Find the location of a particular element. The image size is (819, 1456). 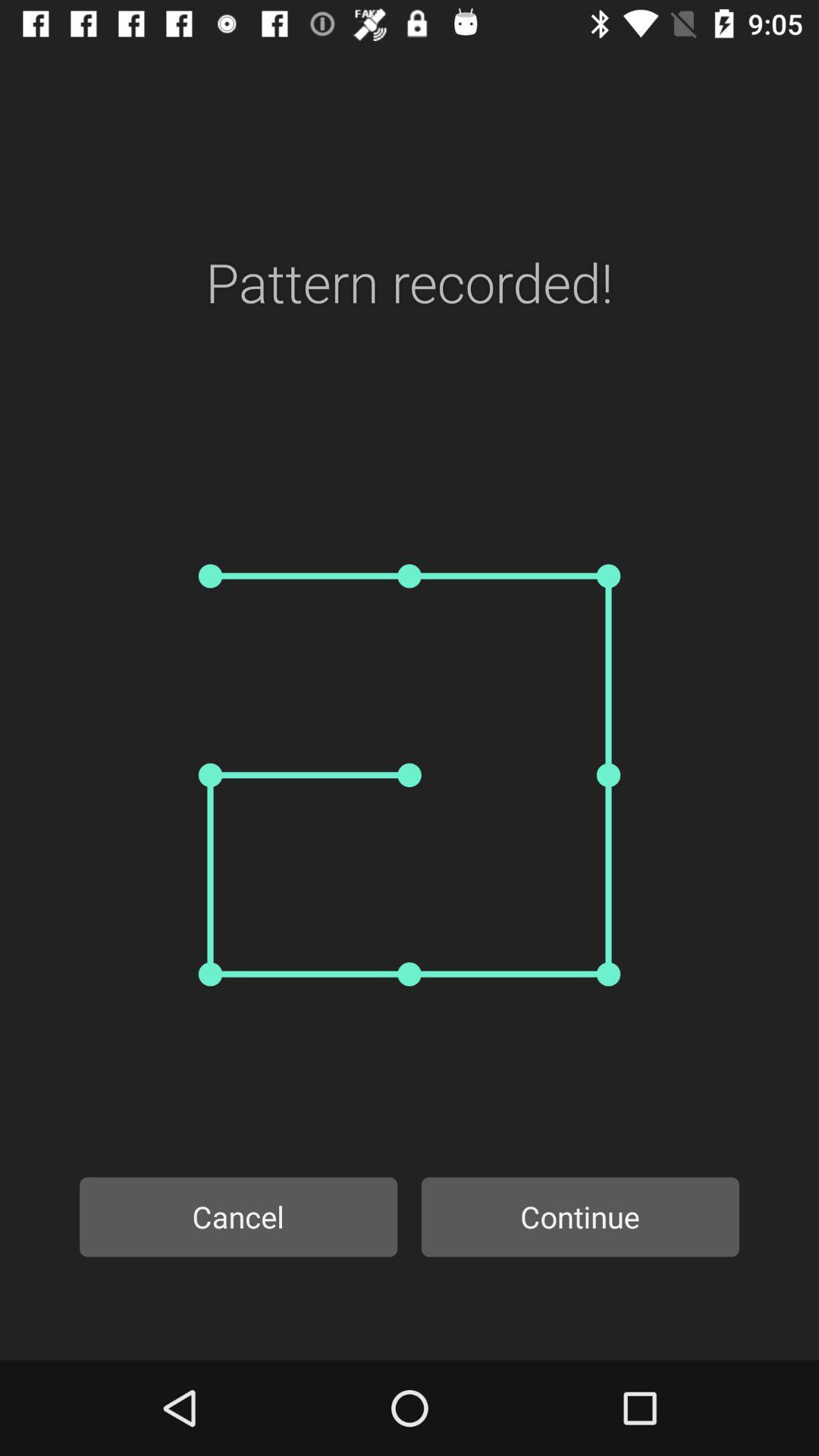

the icon next to continue icon is located at coordinates (238, 1216).